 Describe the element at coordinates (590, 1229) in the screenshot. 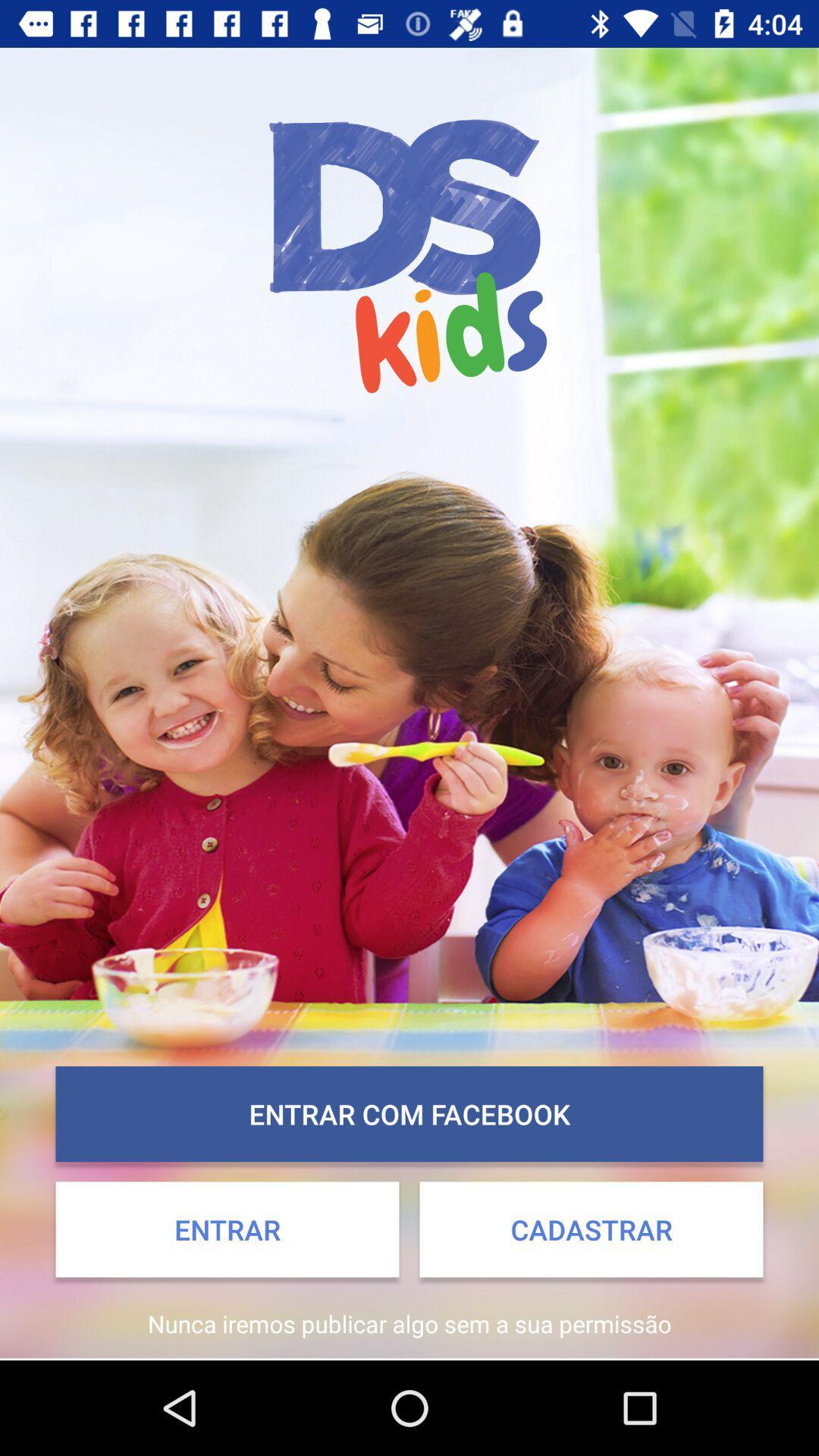

I see `item at the bottom right corner` at that location.